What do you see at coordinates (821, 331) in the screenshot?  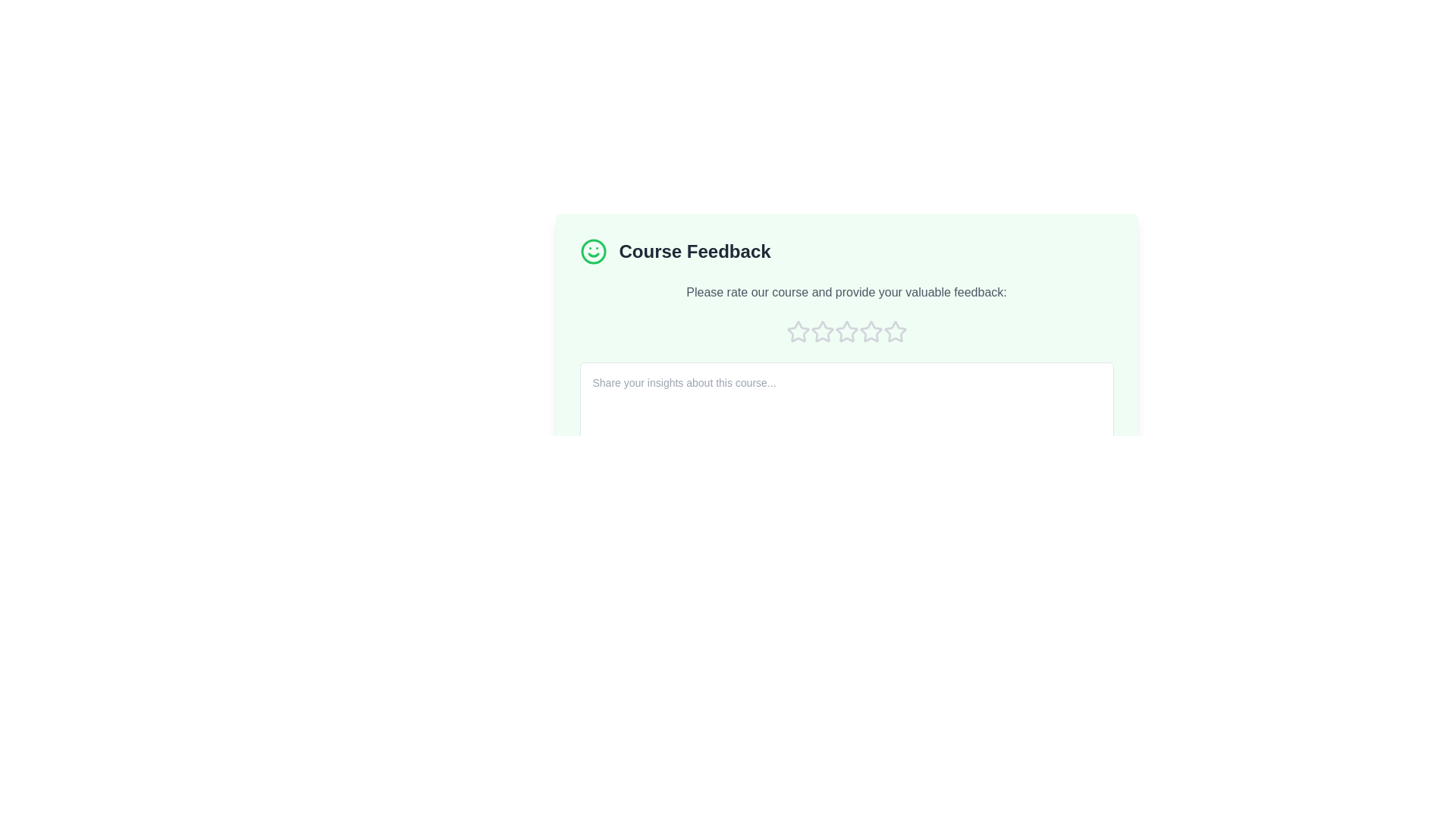 I see `the second star in the rating scale` at bounding box center [821, 331].